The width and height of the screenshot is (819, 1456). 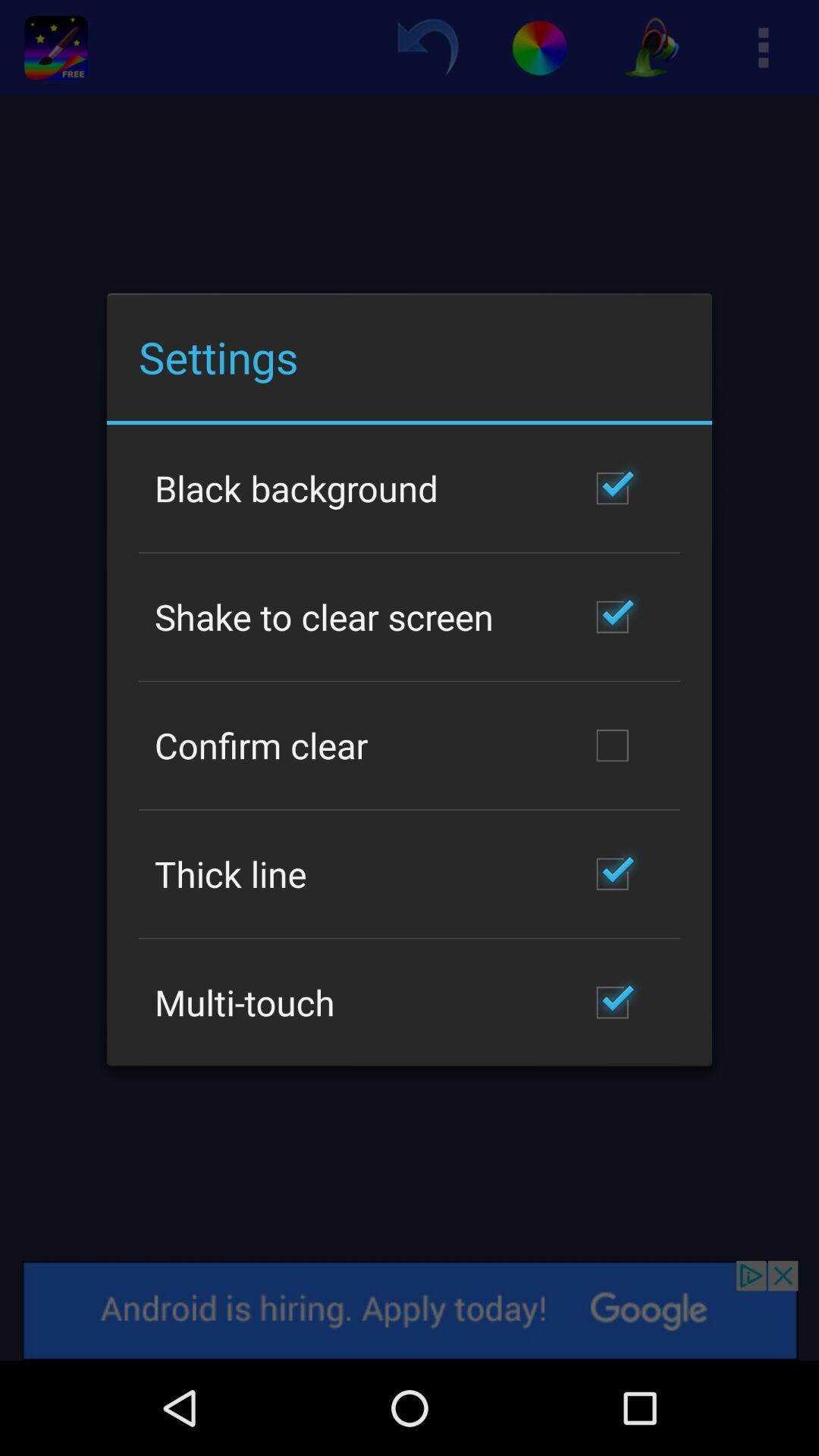 I want to click on item below shake to clear item, so click(x=260, y=745).